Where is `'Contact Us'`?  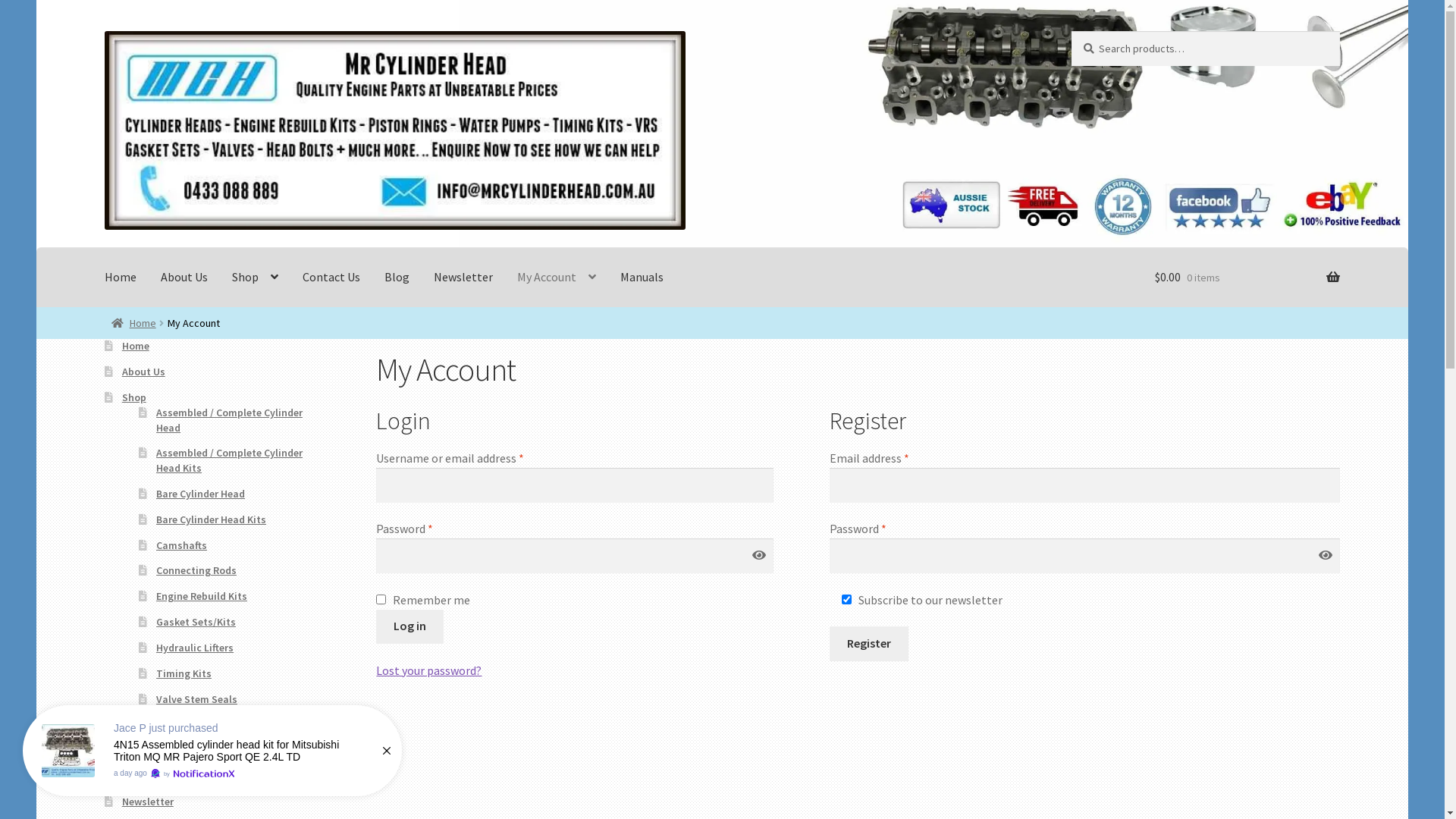 'Contact Us' is located at coordinates (330, 277).